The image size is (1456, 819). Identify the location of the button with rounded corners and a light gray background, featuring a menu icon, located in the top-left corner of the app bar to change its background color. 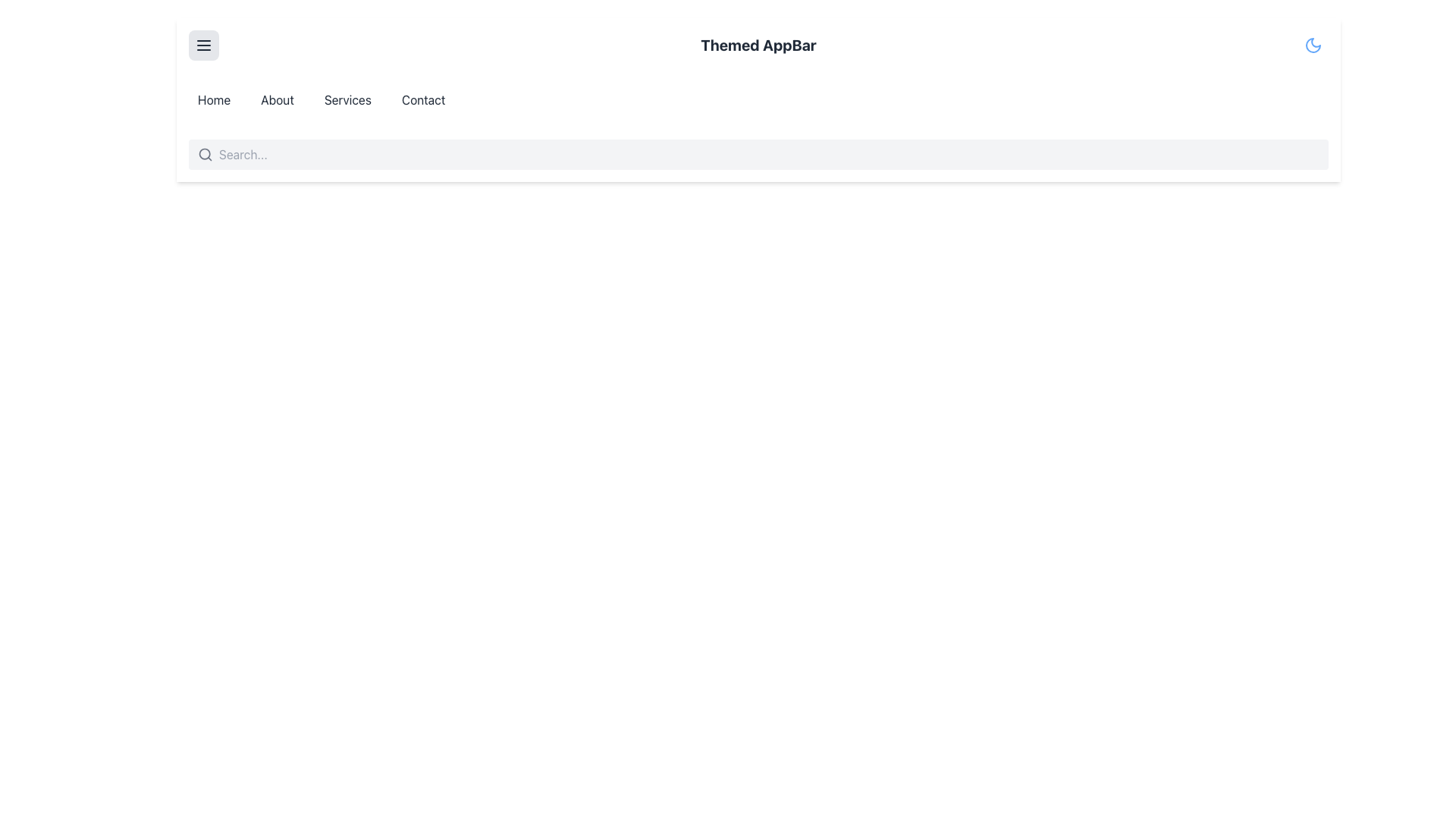
(202, 45).